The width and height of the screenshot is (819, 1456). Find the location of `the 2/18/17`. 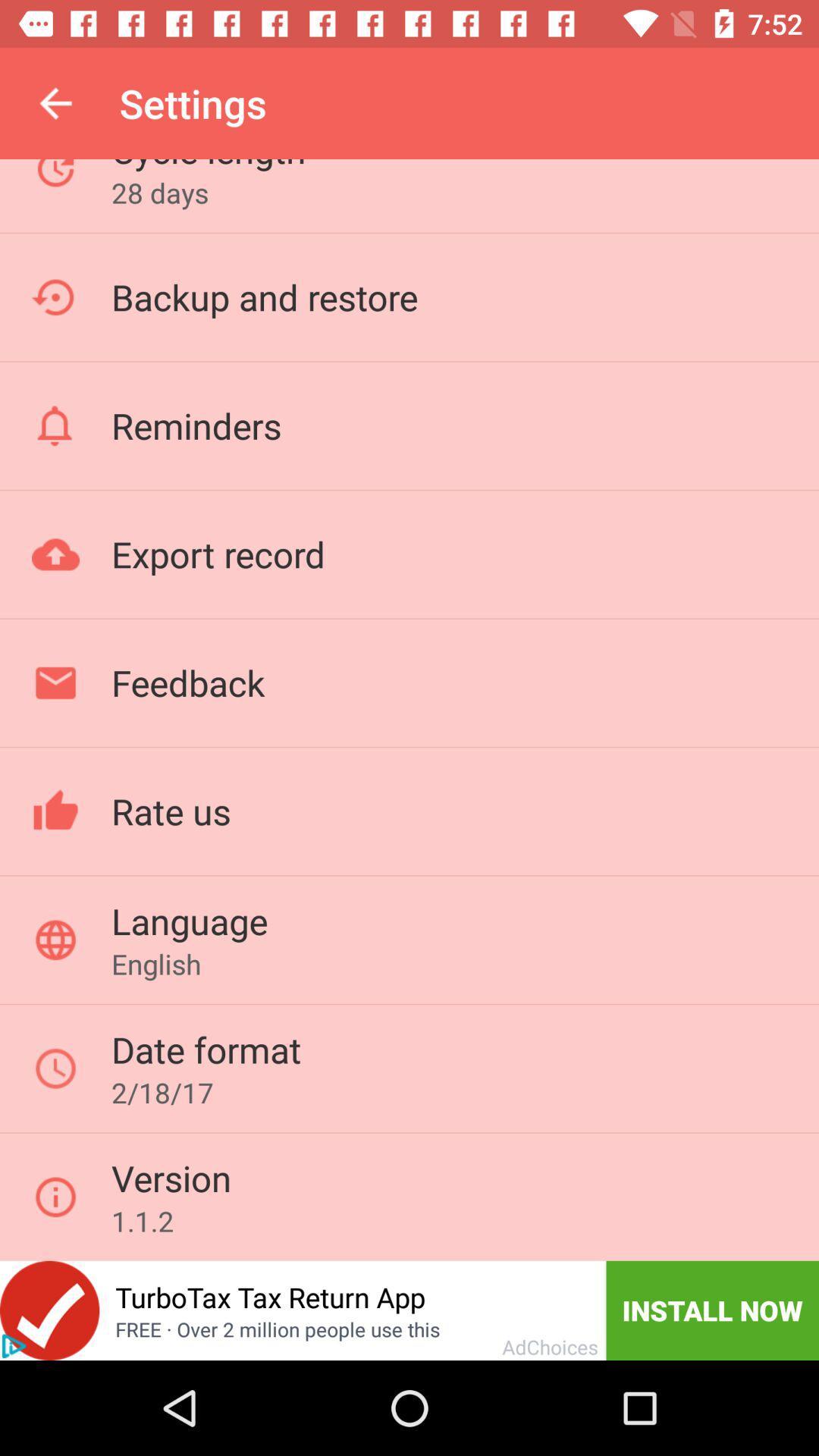

the 2/18/17 is located at coordinates (162, 1092).